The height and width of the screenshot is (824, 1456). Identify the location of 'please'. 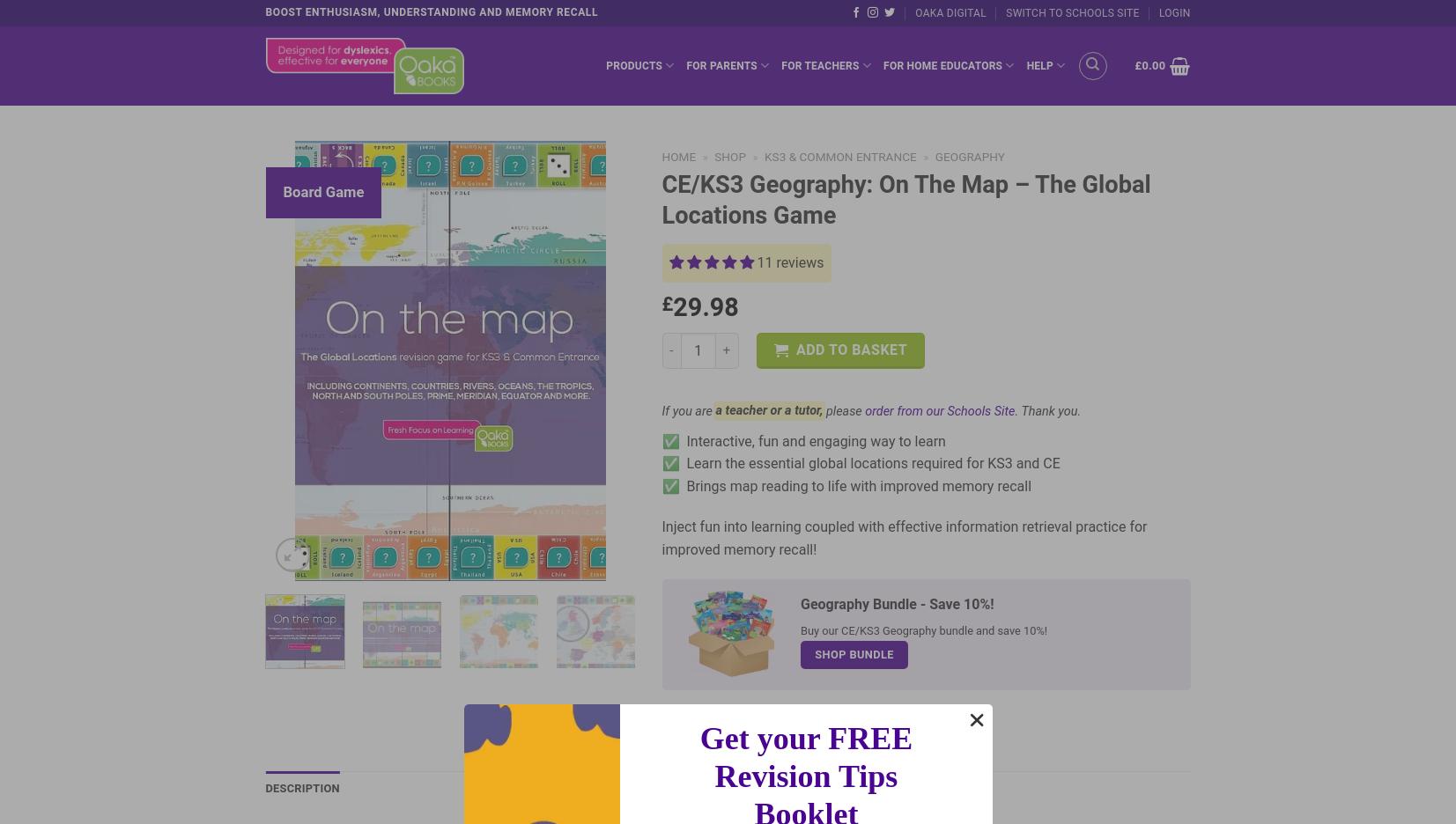
(844, 410).